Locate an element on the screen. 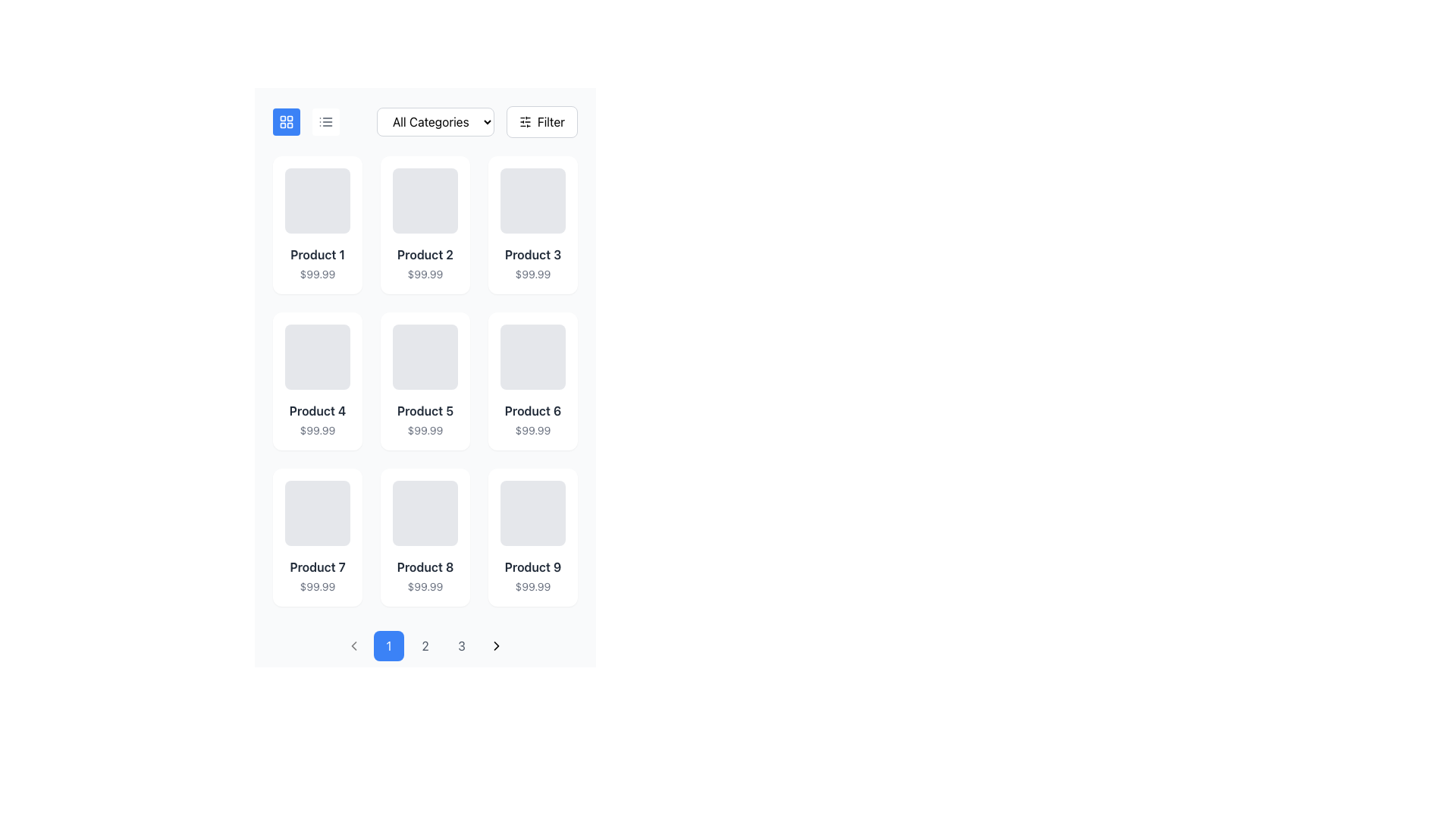 This screenshot has width=1456, height=819. text display element located in the bottom-right cell of a 3x3 grid layout which contains the product name and price information is located at coordinates (532, 576).